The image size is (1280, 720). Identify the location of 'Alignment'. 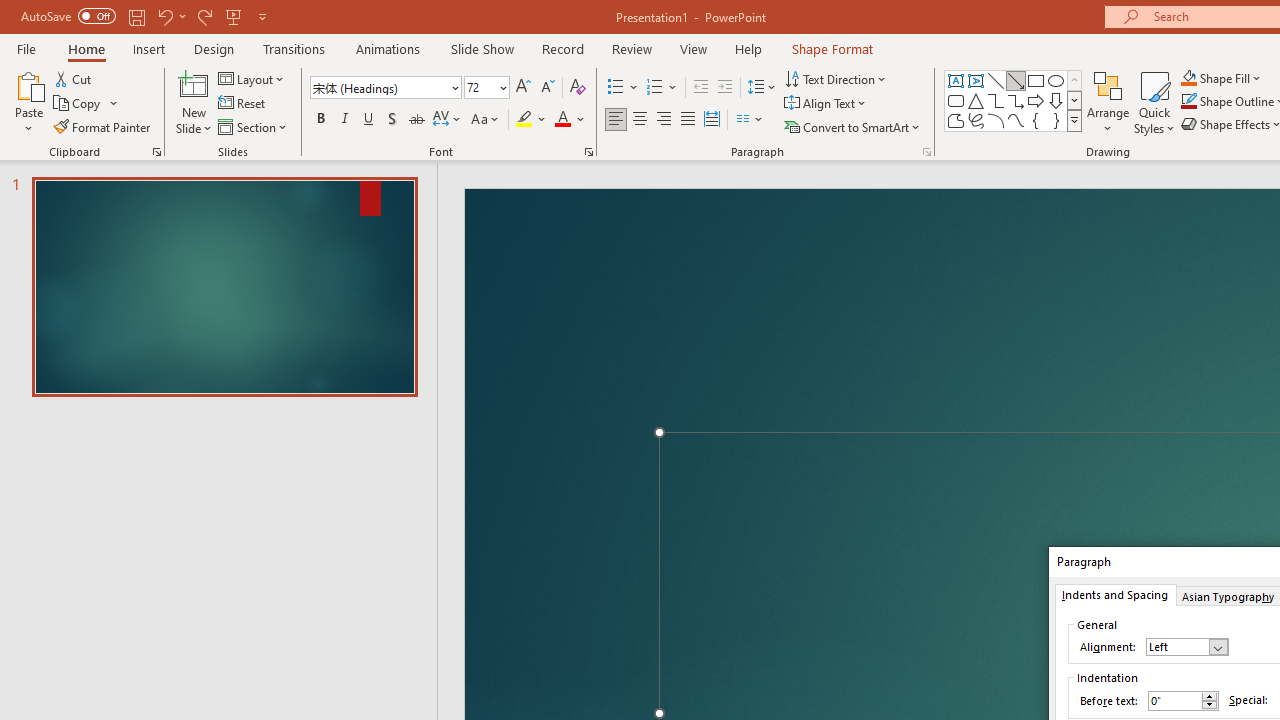
(1187, 646).